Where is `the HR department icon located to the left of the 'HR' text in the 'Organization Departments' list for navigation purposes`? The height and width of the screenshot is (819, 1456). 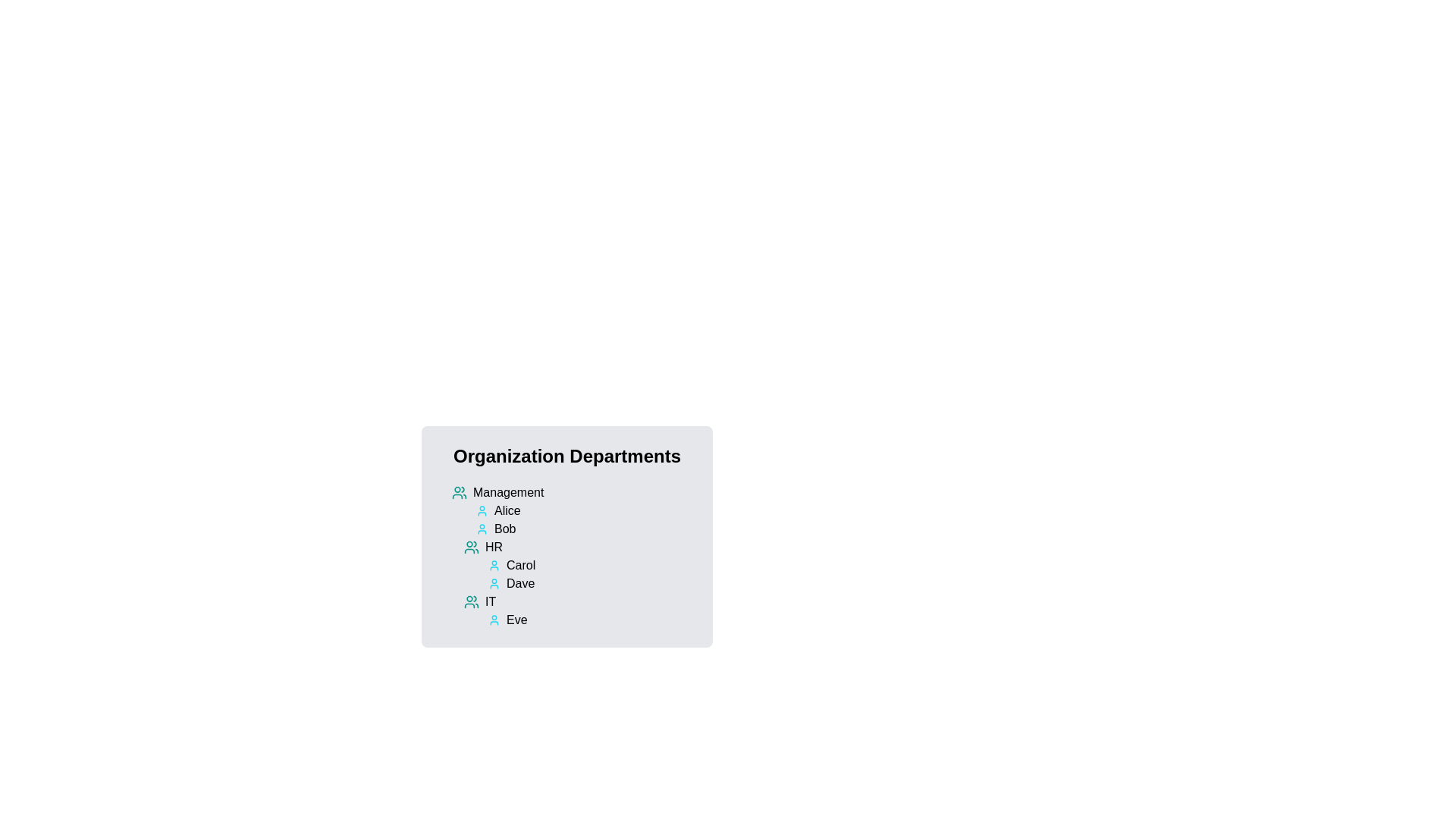
the HR department icon located to the left of the 'HR' text in the 'Organization Departments' list for navigation purposes is located at coordinates (471, 547).